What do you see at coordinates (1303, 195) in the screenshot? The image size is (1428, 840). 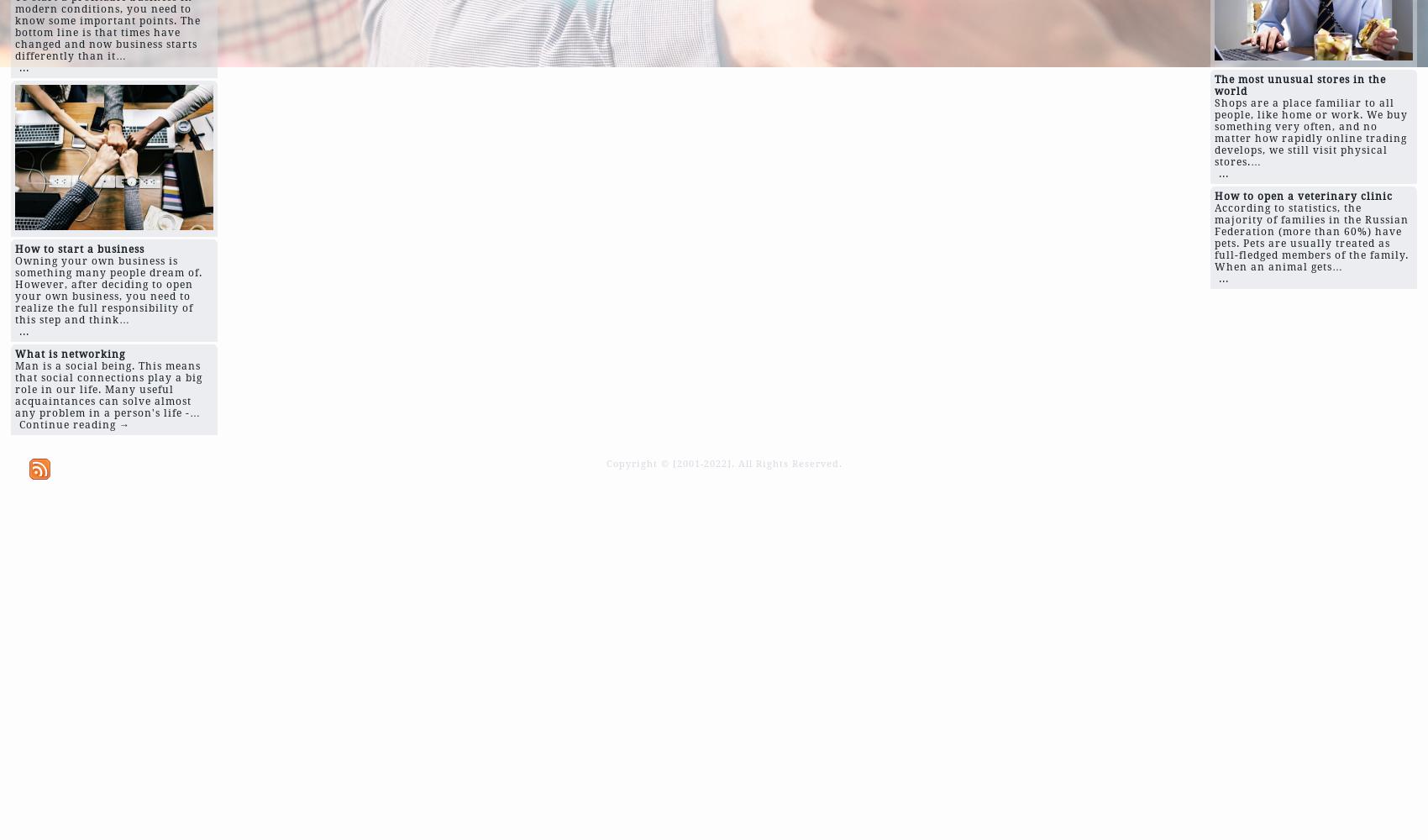 I see `'How to open a veterinary clinic'` at bounding box center [1303, 195].